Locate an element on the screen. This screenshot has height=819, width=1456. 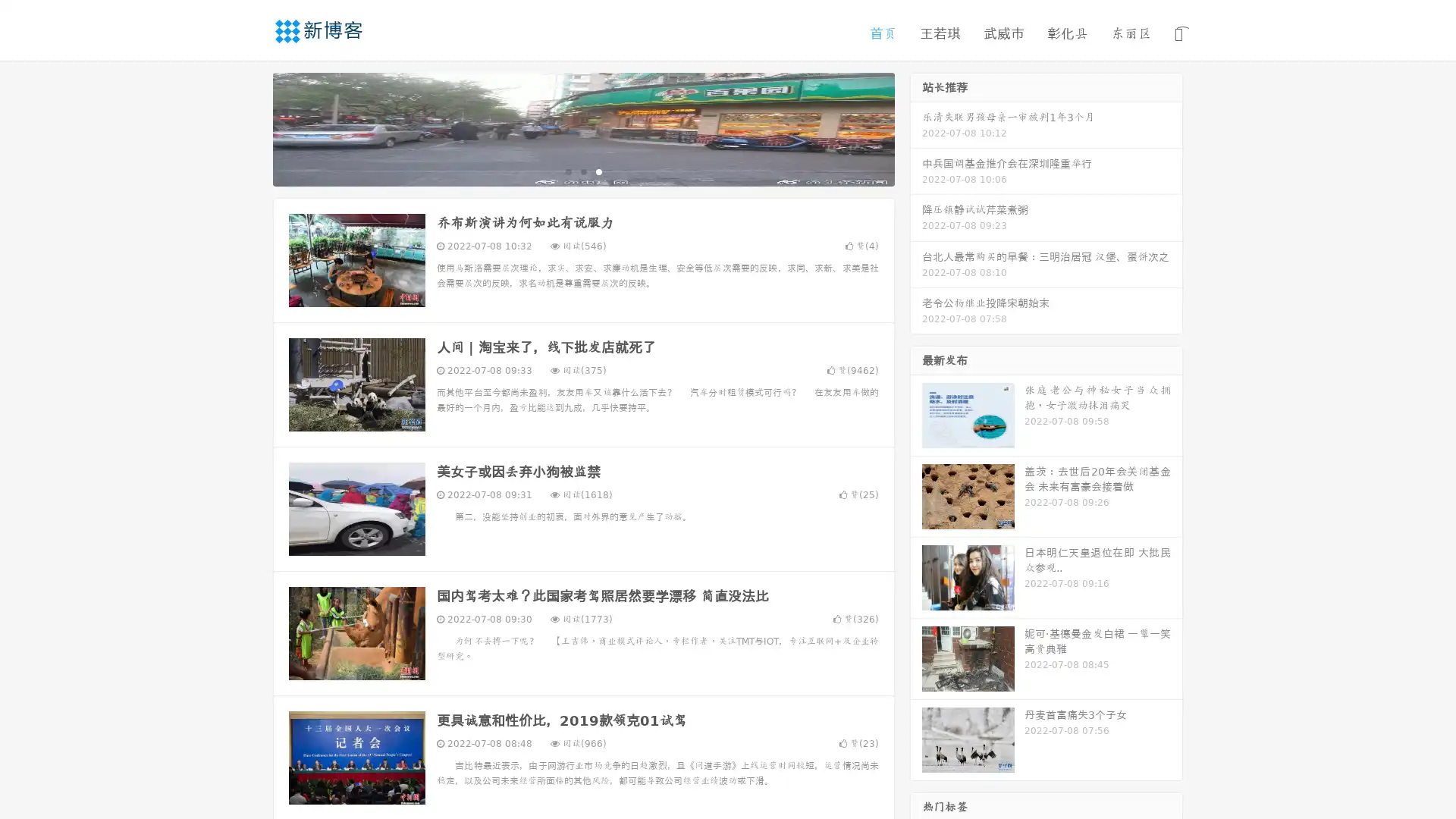
Go to slide 2 is located at coordinates (582, 171).